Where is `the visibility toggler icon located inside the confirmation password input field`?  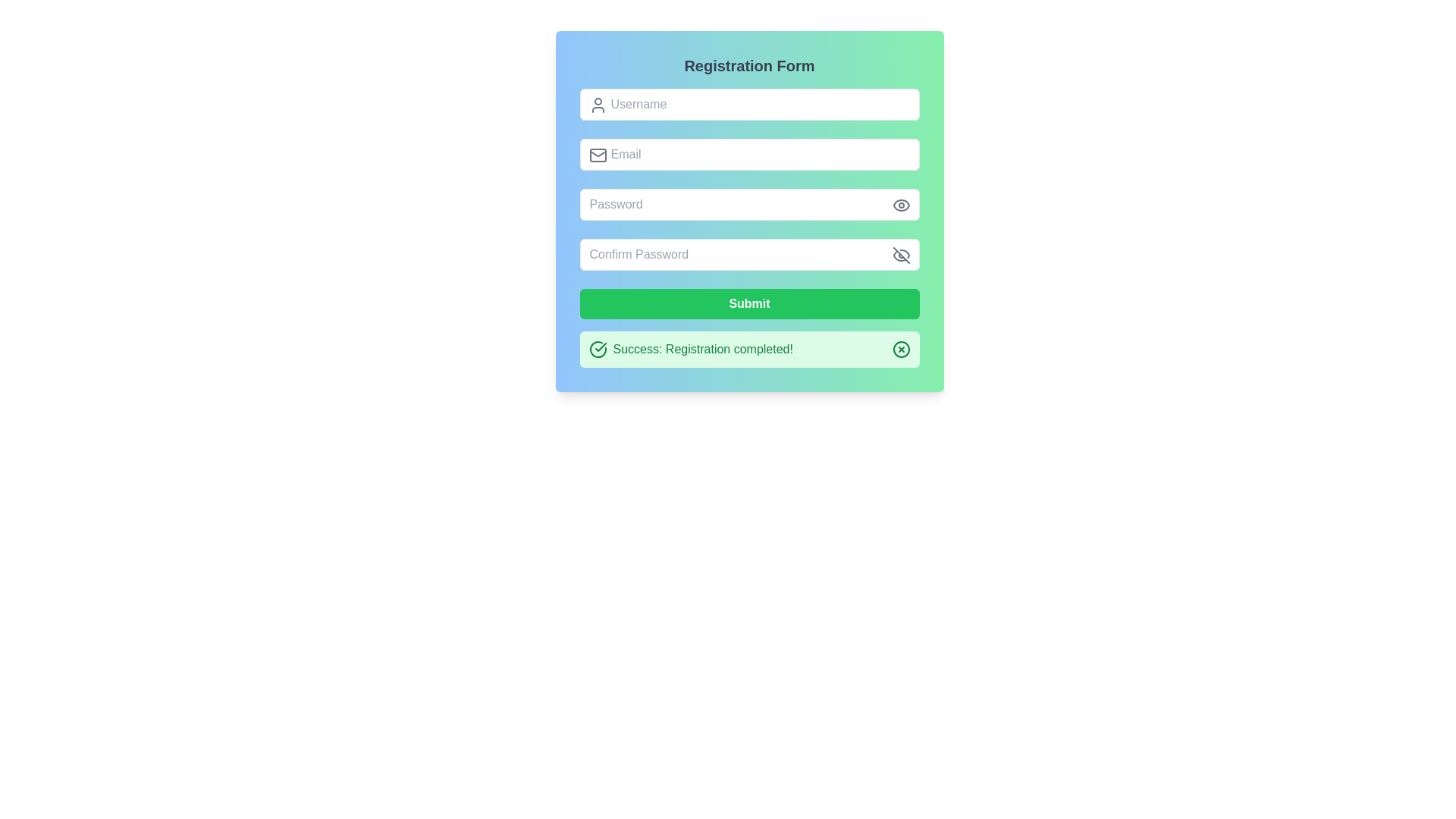
the visibility toggler icon located inside the confirmation password input field is located at coordinates (901, 254).